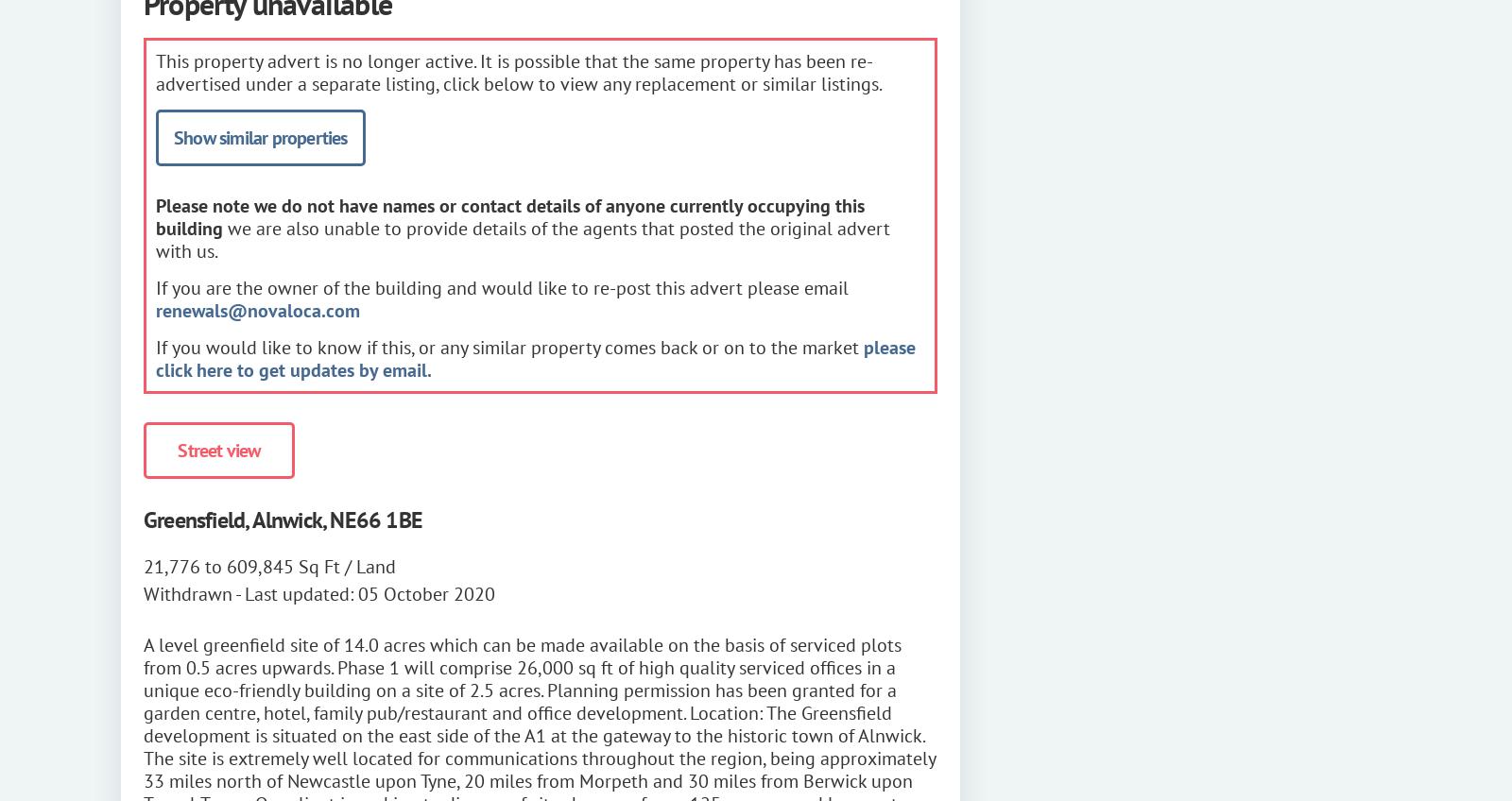 The width and height of the screenshot is (1512, 801). Describe the element at coordinates (522, 237) in the screenshot. I see `'we are also unable to provide details of the agents that posted the original advert with us.'` at that location.